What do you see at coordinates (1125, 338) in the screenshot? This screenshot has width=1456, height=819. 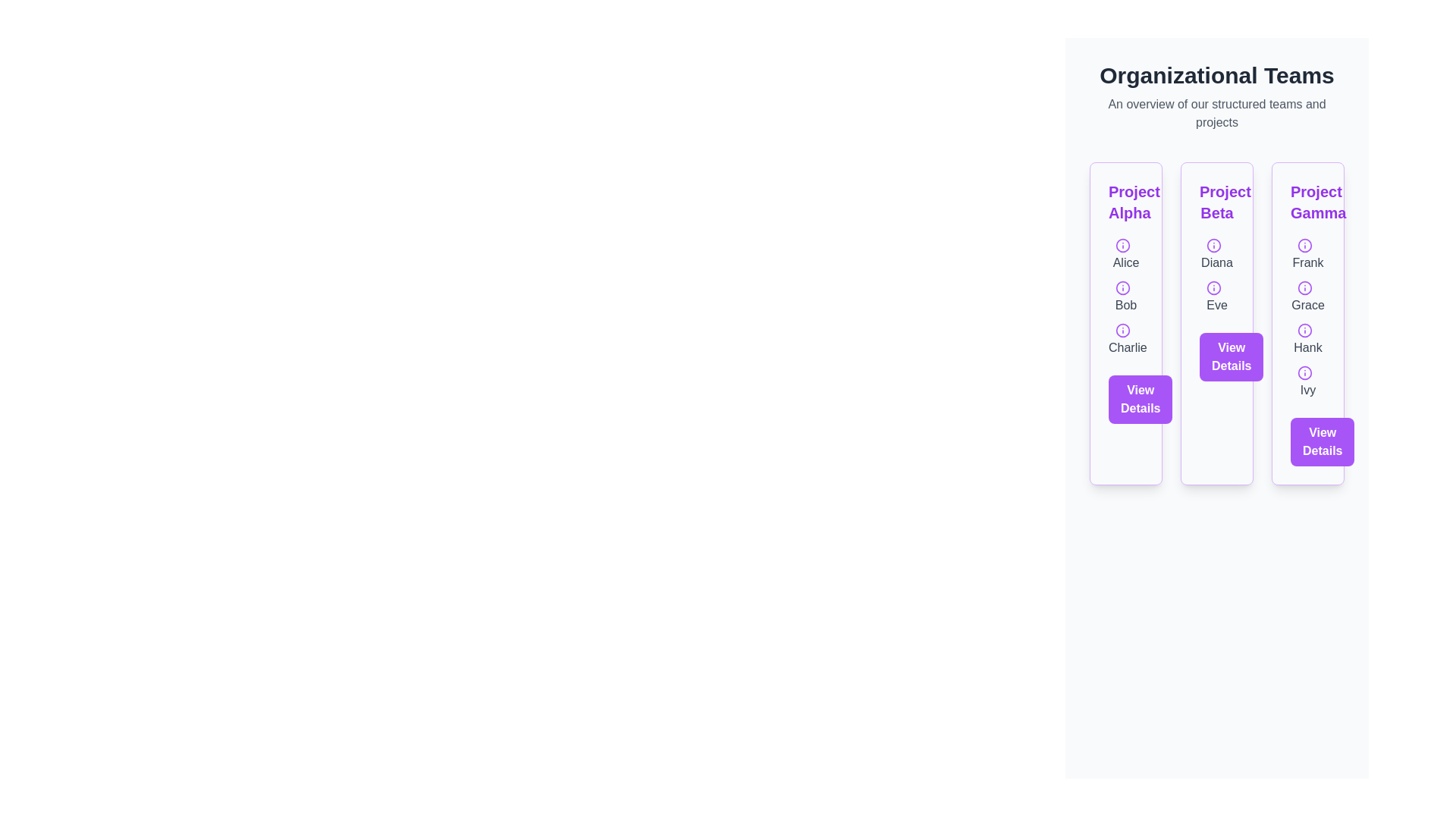 I see `the text label displaying 'Charlie', which is located under the 'Project Alpha' section, between 'Bob' and the 'View Details' button` at bounding box center [1125, 338].